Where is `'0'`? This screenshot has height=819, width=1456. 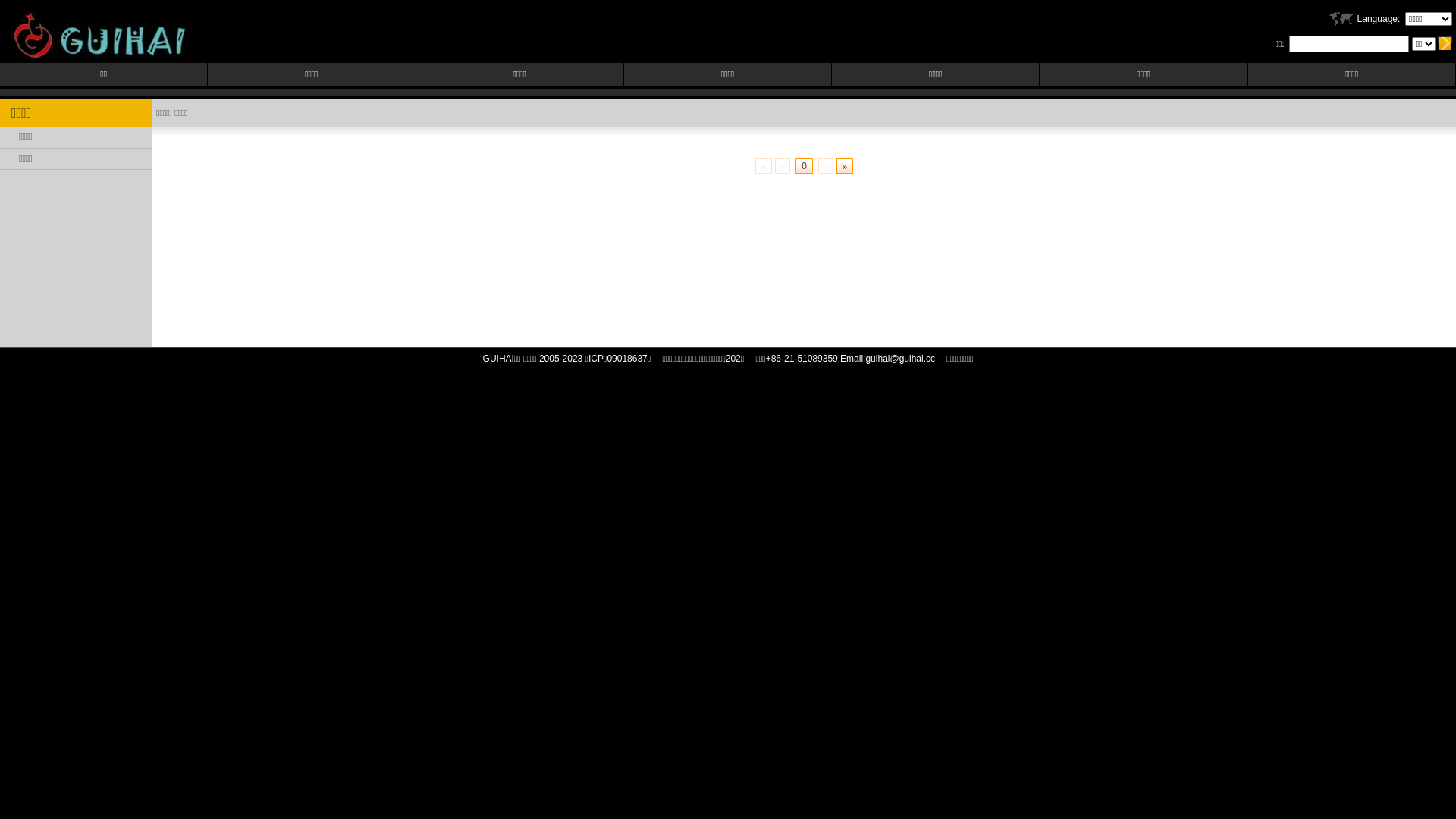 '0' is located at coordinates (803, 166).